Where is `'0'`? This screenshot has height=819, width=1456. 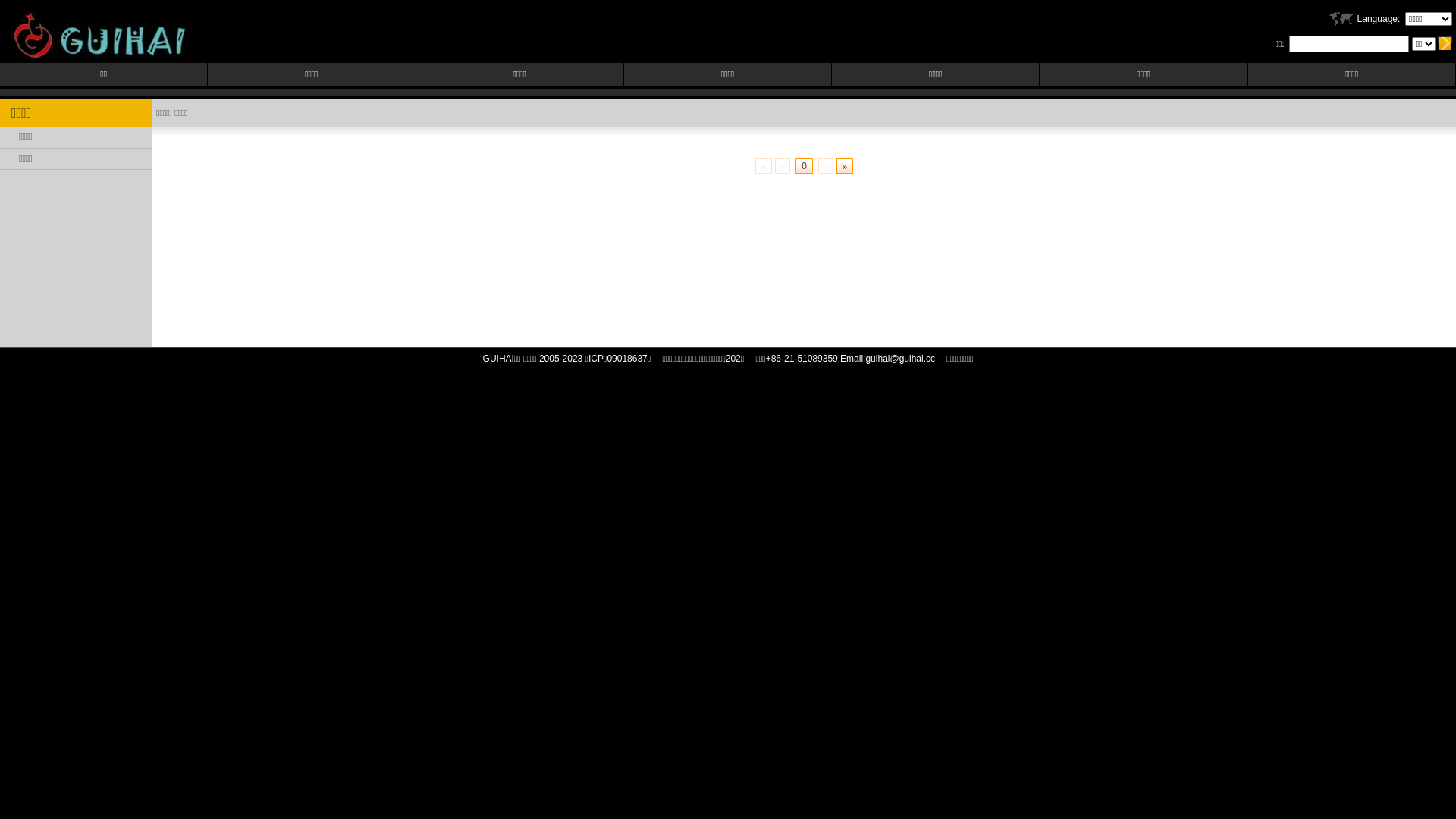 '0' is located at coordinates (803, 166).